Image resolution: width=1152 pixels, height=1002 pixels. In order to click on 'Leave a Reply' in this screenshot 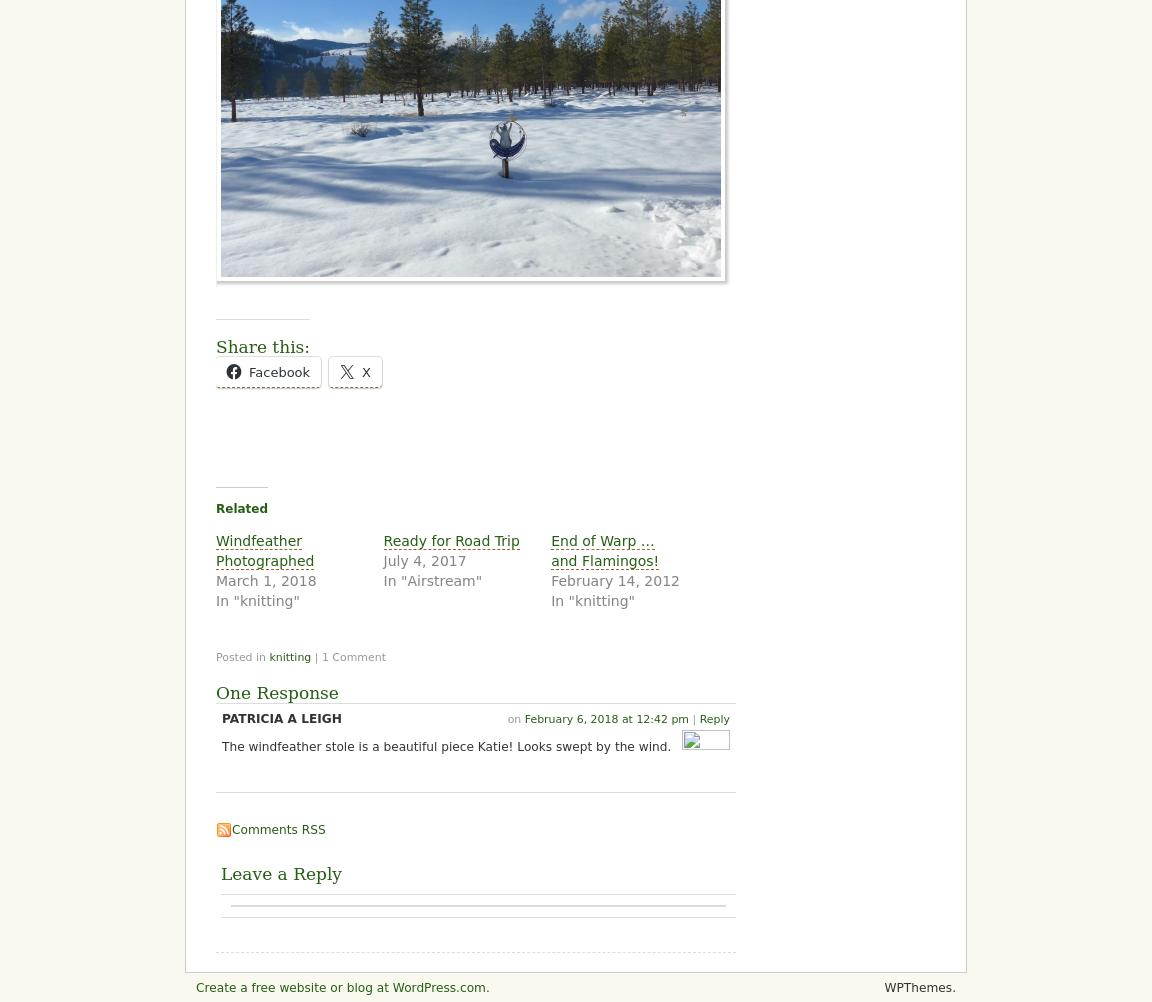, I will do `click(281, 873)`.